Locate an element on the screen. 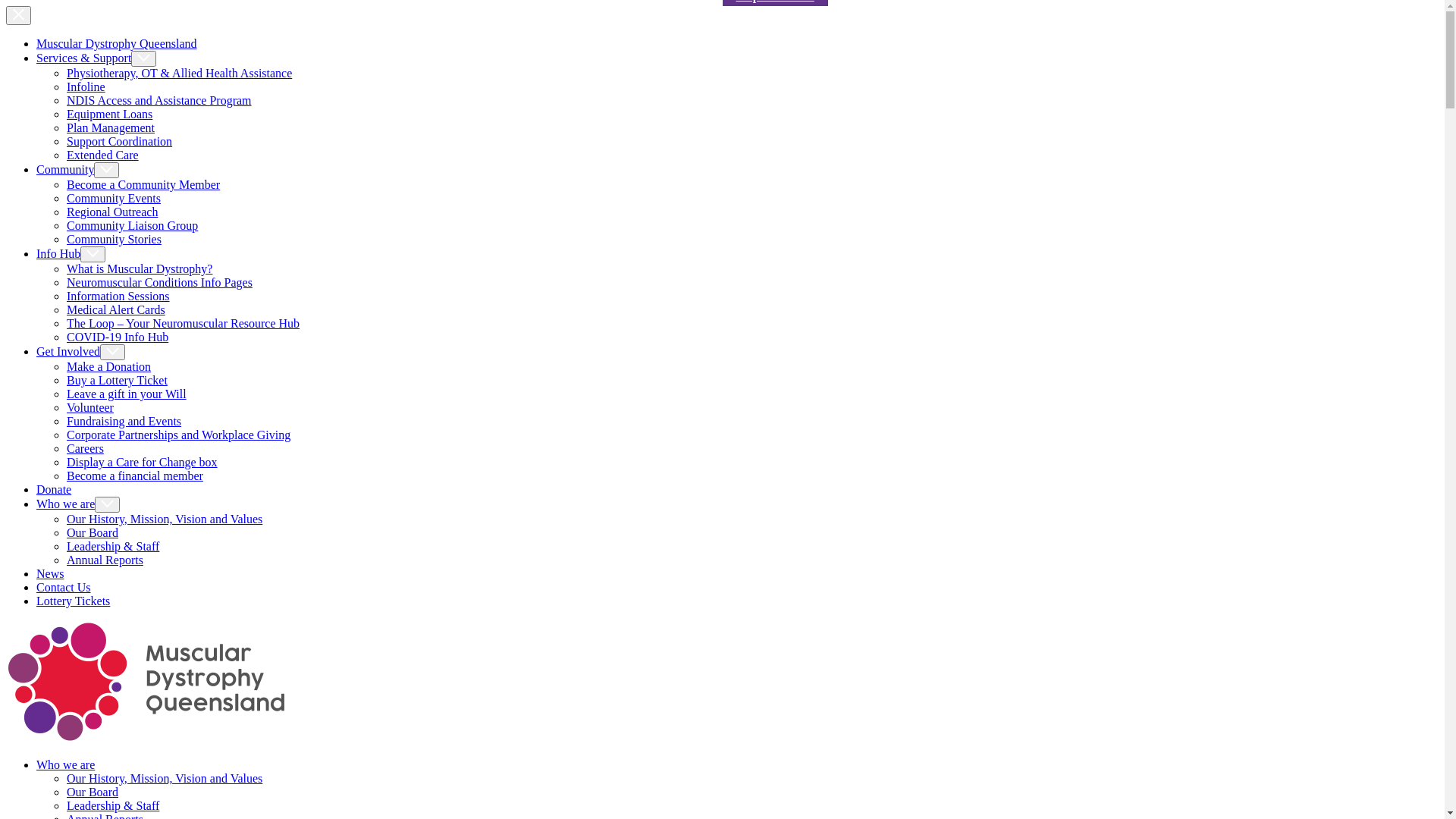 The width and height of the screenshot is (1456, 819). 'Infoline' is located at coordinates (85, 86).